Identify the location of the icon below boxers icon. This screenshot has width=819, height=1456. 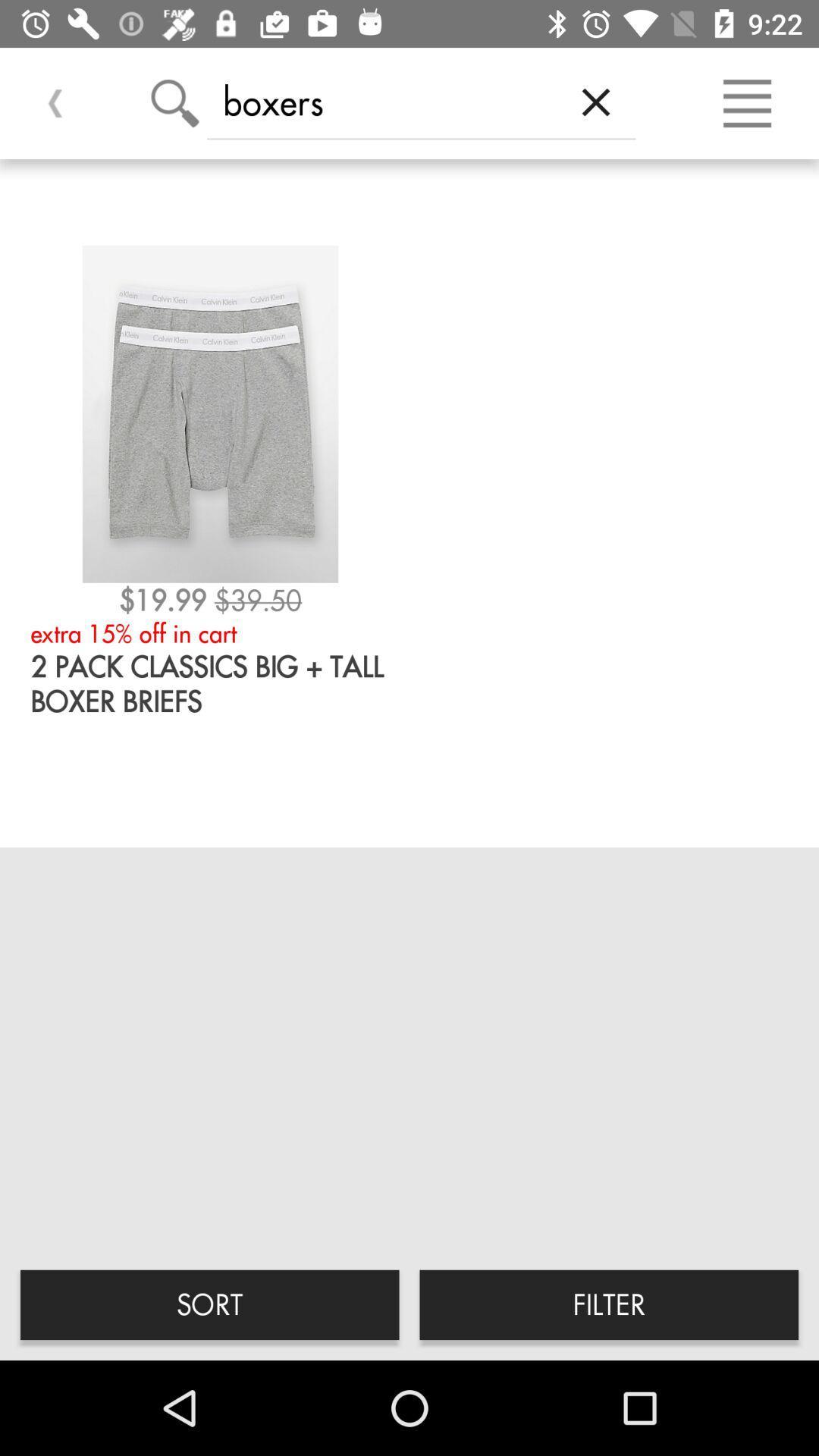
(608, 1304).